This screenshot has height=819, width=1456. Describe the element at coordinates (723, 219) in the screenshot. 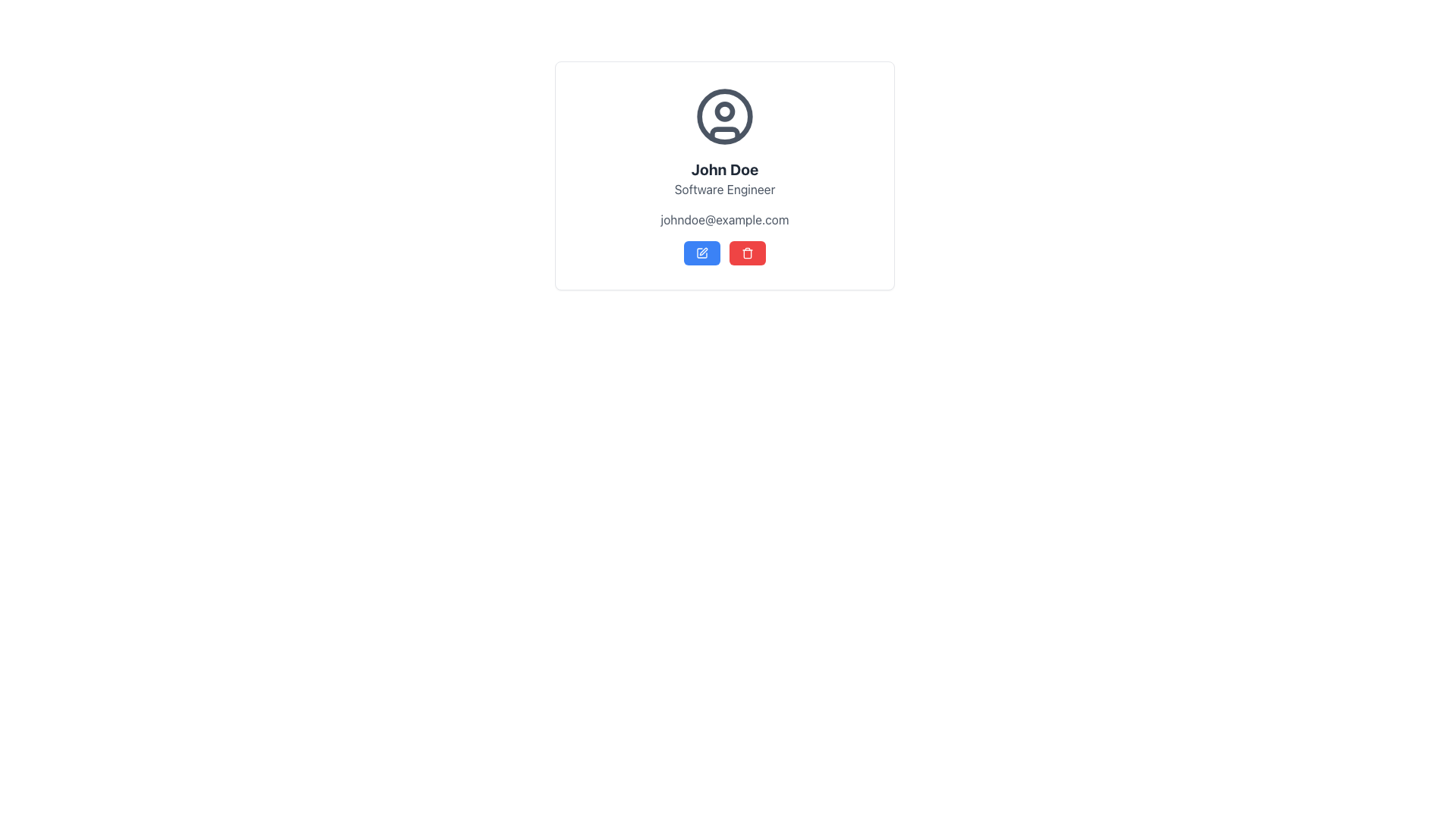

I see `the text element displaying 'johndoe@example.com', which is located beneath the title 'Software Engineer' within the user information card` at that location.